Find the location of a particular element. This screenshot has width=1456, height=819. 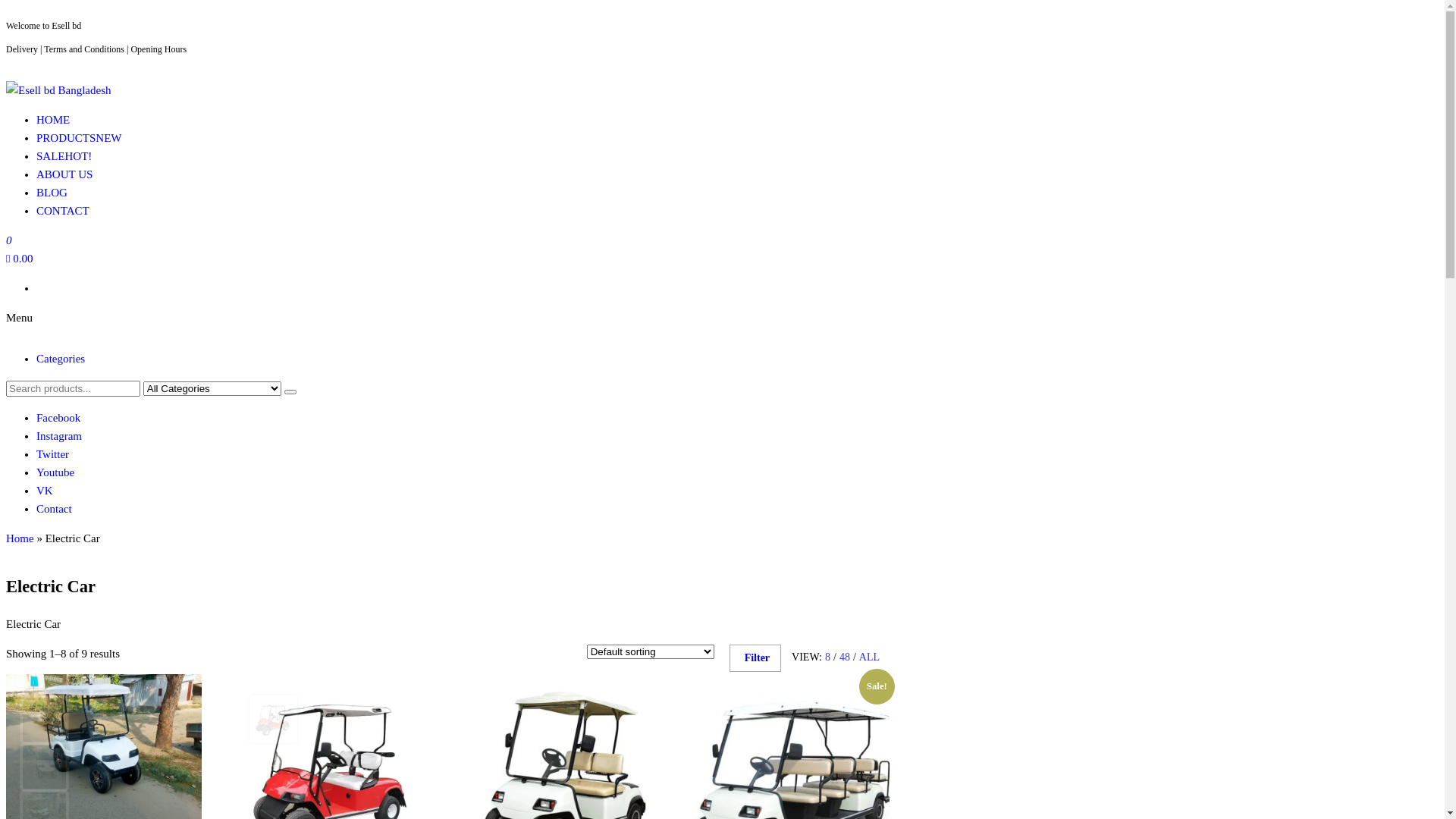

'HOME' is located at coordinates (53, 119).